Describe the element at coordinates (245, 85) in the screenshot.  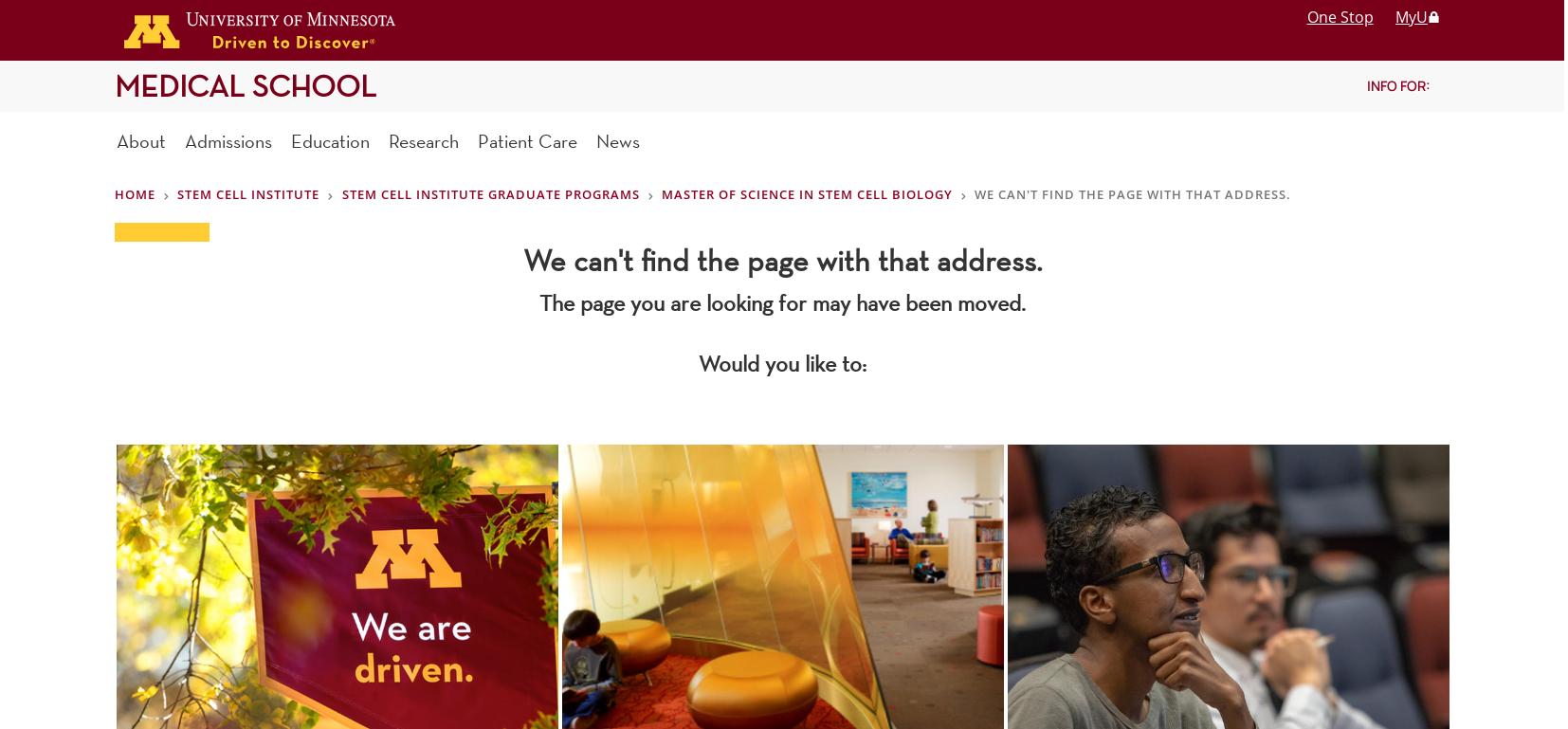
I see `'Medical School'` at that location.